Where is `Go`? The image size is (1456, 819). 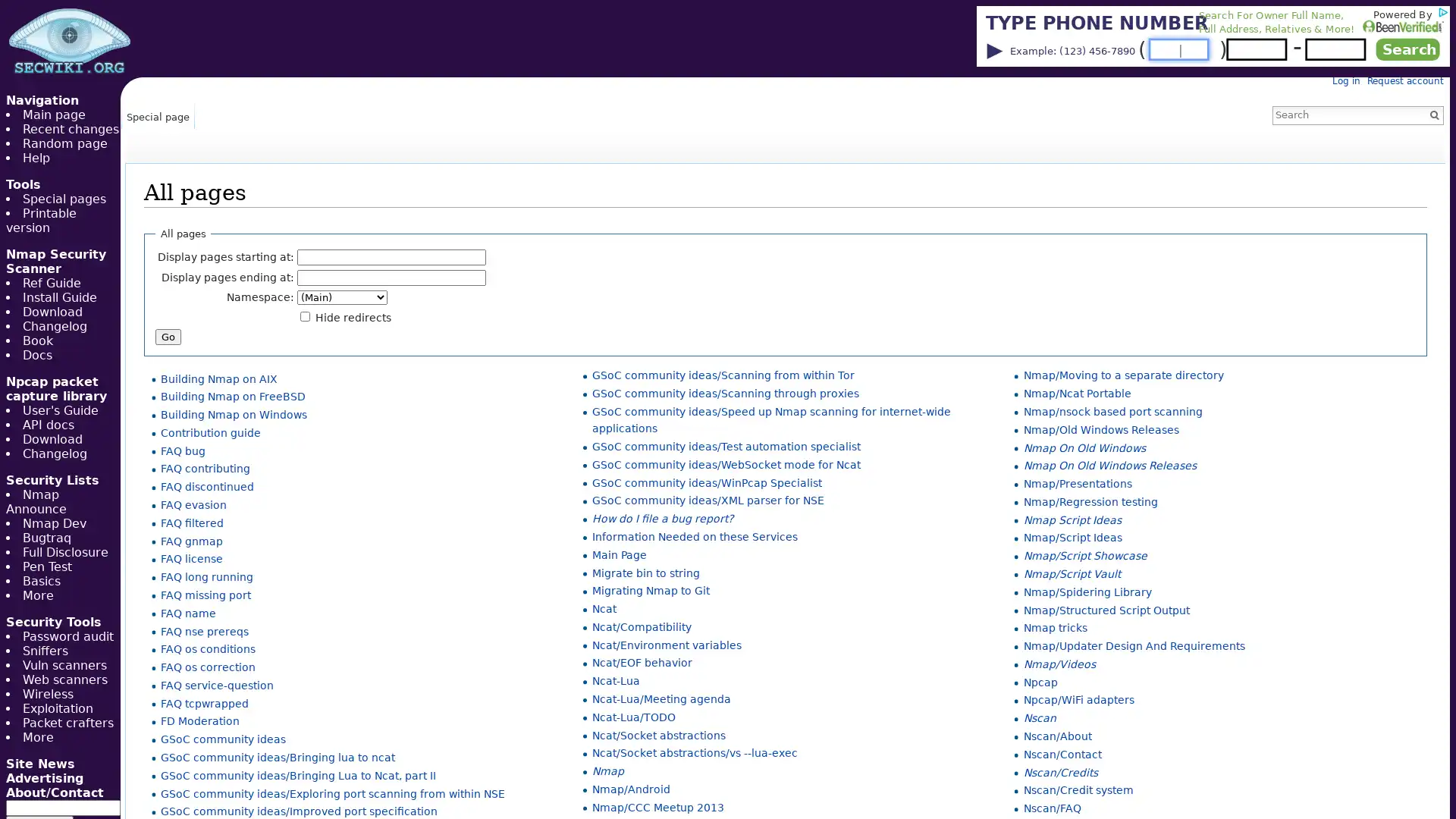 Go is located at coordinates (168, 335).